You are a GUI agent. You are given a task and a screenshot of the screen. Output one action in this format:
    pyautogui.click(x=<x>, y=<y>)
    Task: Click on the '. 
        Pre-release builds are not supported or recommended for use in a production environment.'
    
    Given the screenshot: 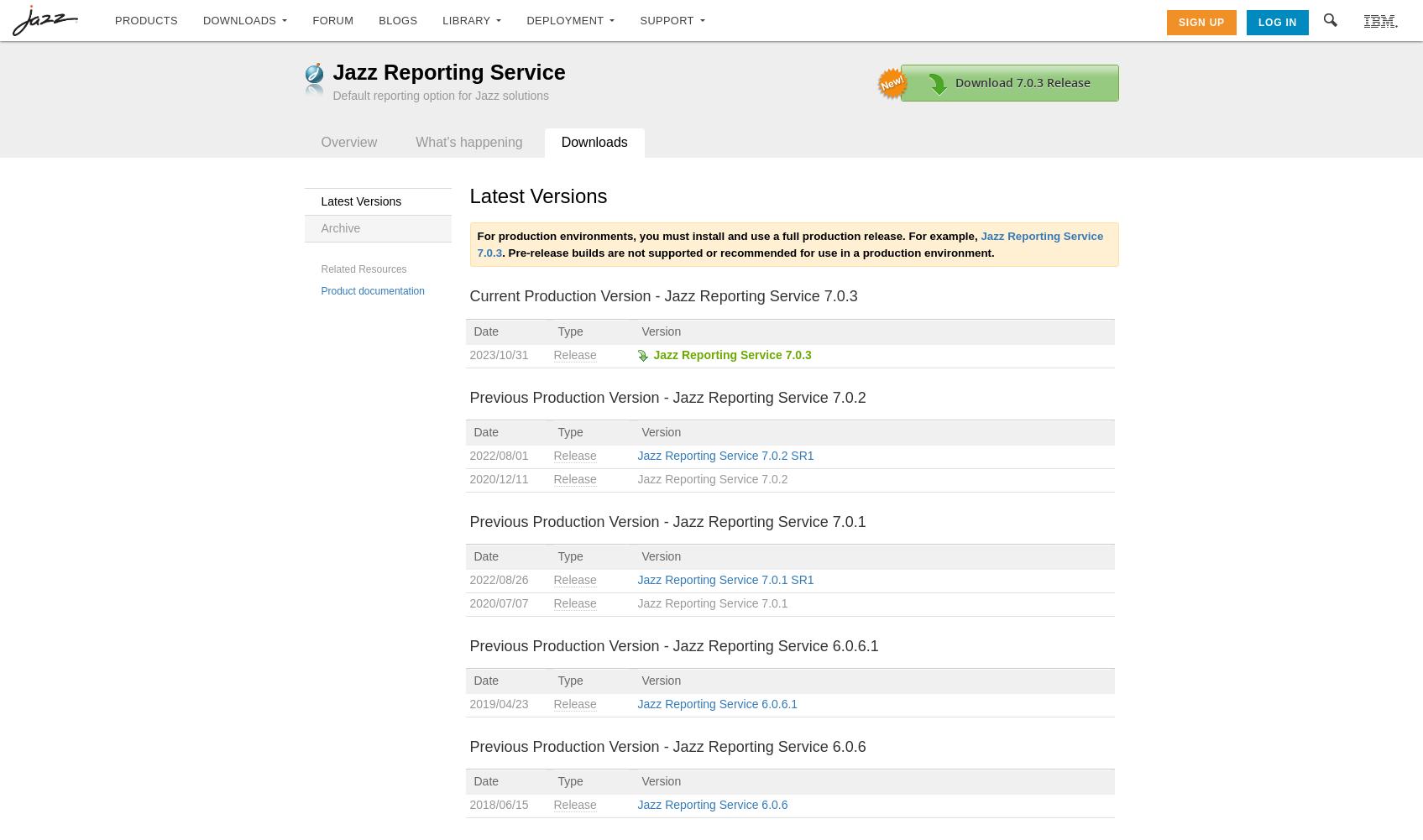 What is the action you would take?
    pyautogui.click(x=747, y=252)
    